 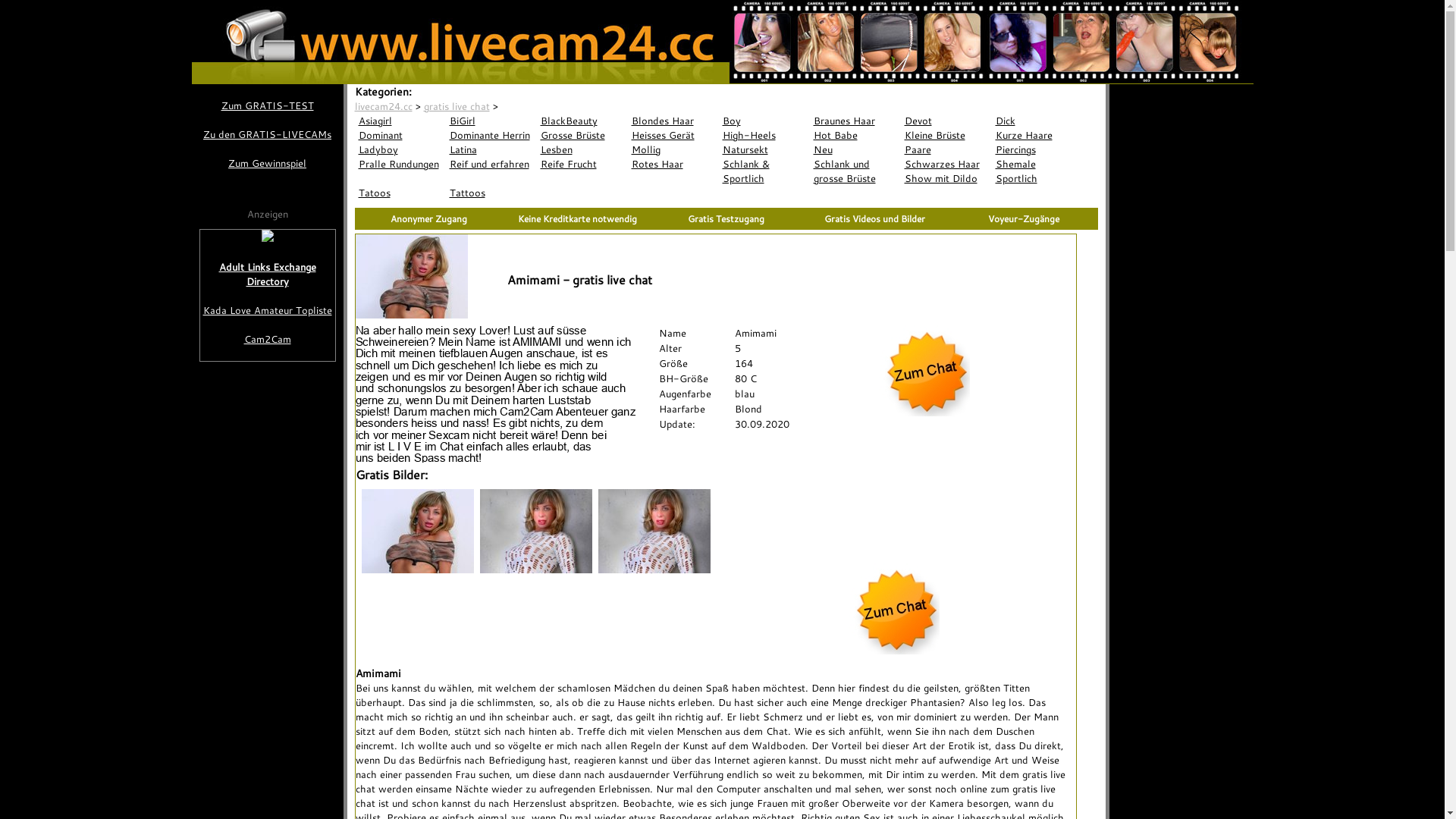 I want to click on 'Neu', so click(x=855, y=149).